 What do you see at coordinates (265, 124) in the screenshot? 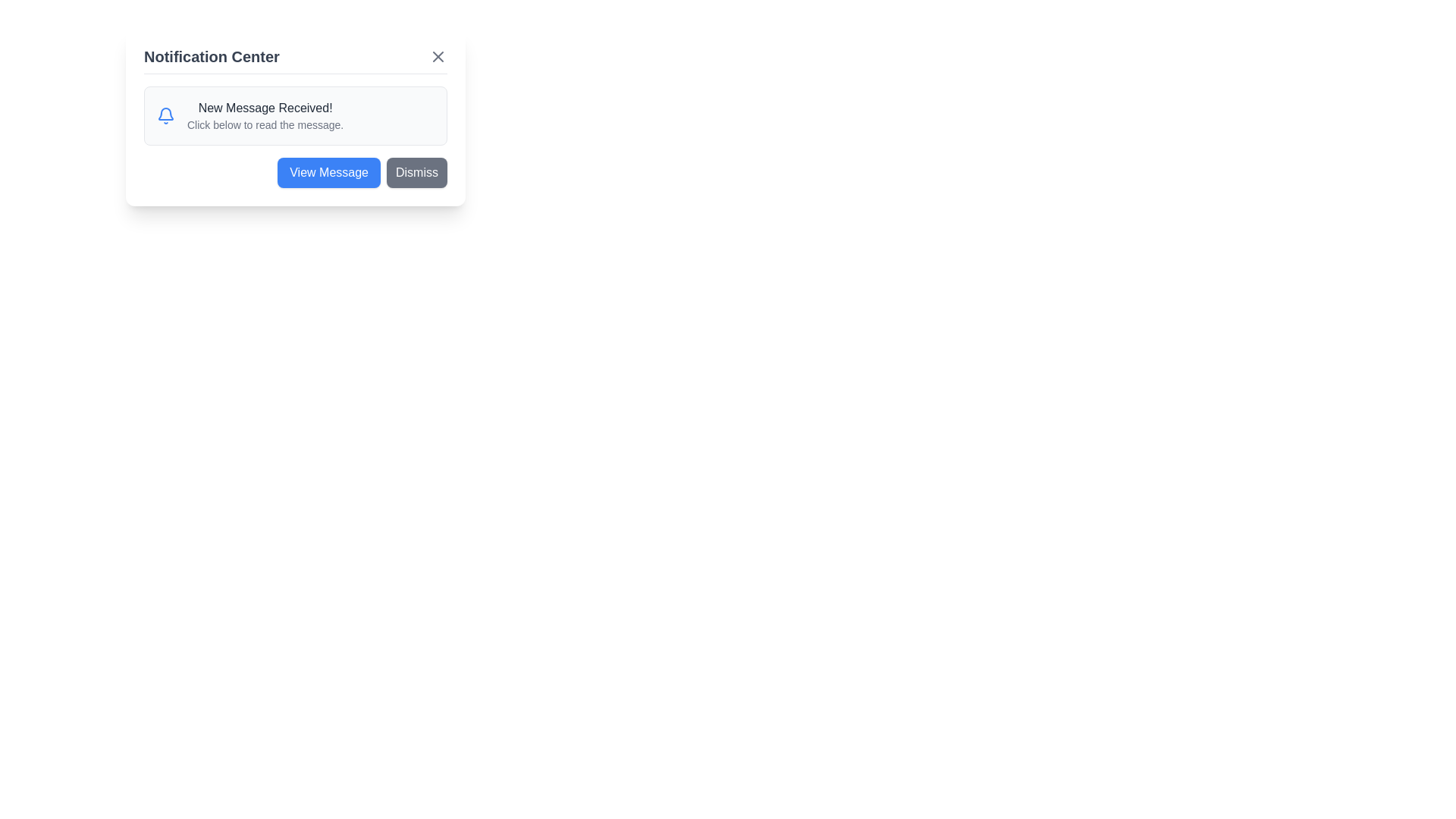
I see `the text label that instructs 'Click below to read the message.' which is styled in gray color and located beneath the notification title 'New Message Received!' in the notification card` at bounding box center [265, 124].